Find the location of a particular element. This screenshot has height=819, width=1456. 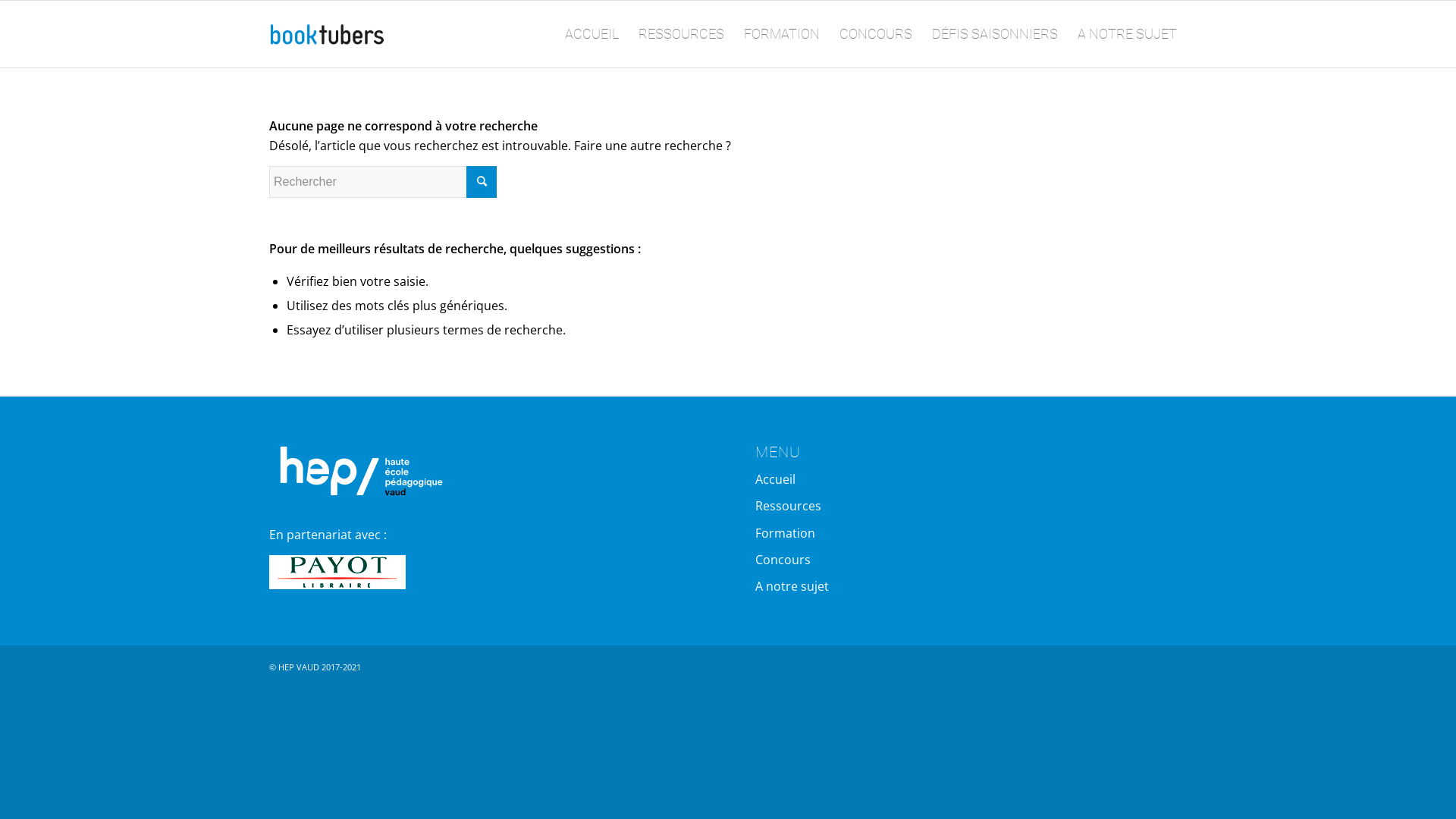

'RESSOURCES' is located at coordinates (680, 34).